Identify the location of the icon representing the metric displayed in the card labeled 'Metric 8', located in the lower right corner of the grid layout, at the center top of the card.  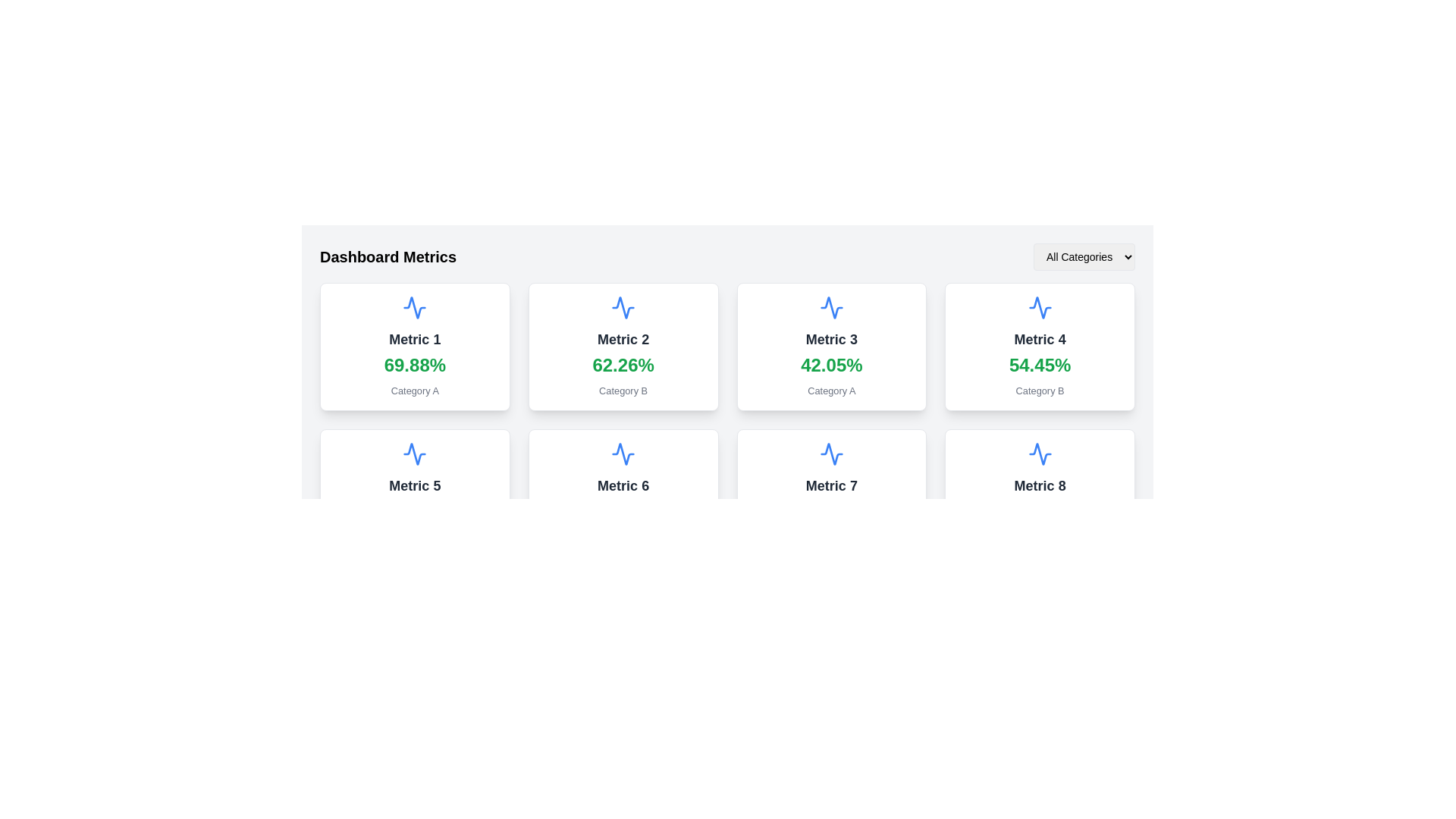
(1039, 453).